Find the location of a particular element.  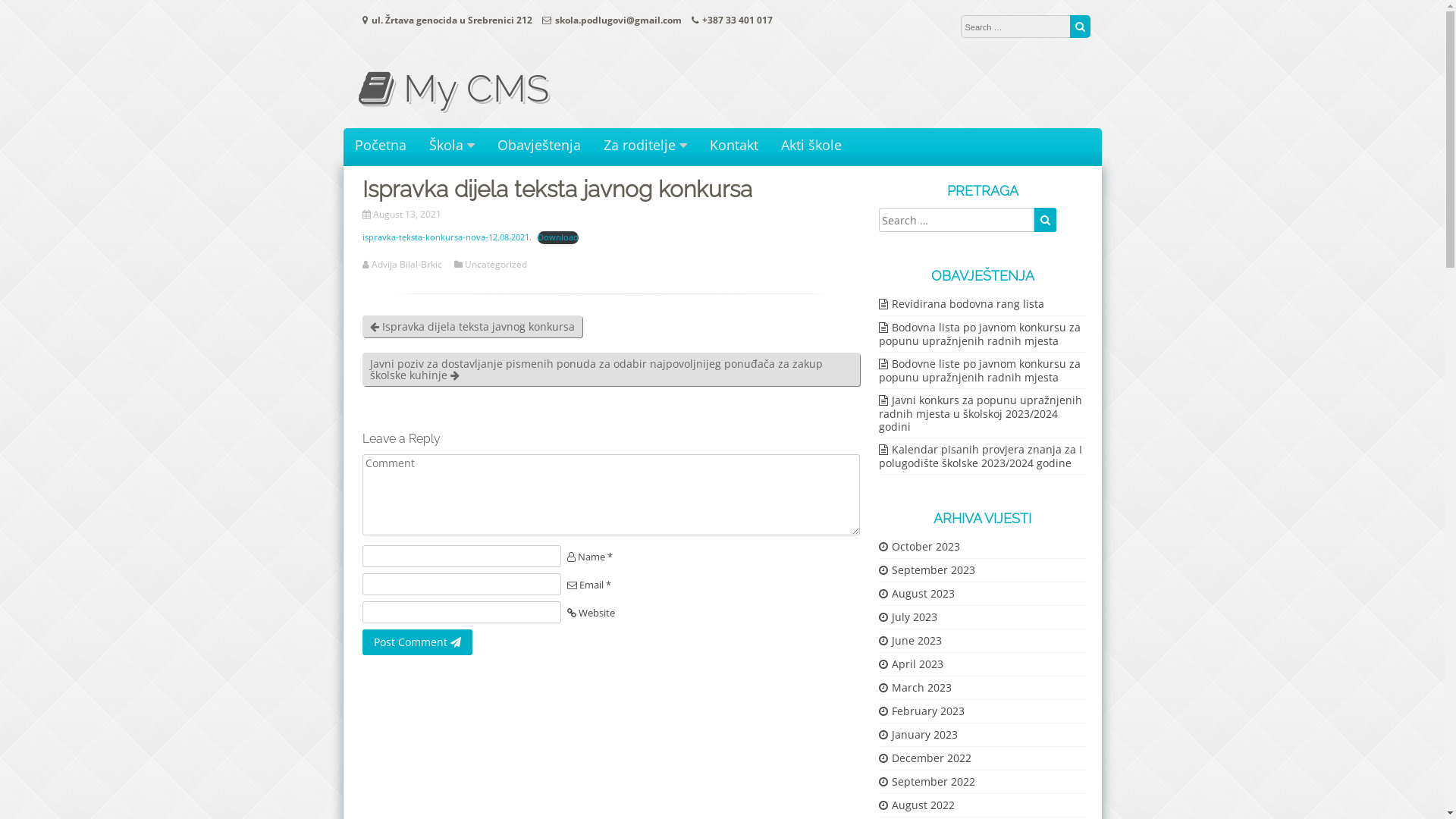

'Za roditelje' is located at coordinates (645, 145).